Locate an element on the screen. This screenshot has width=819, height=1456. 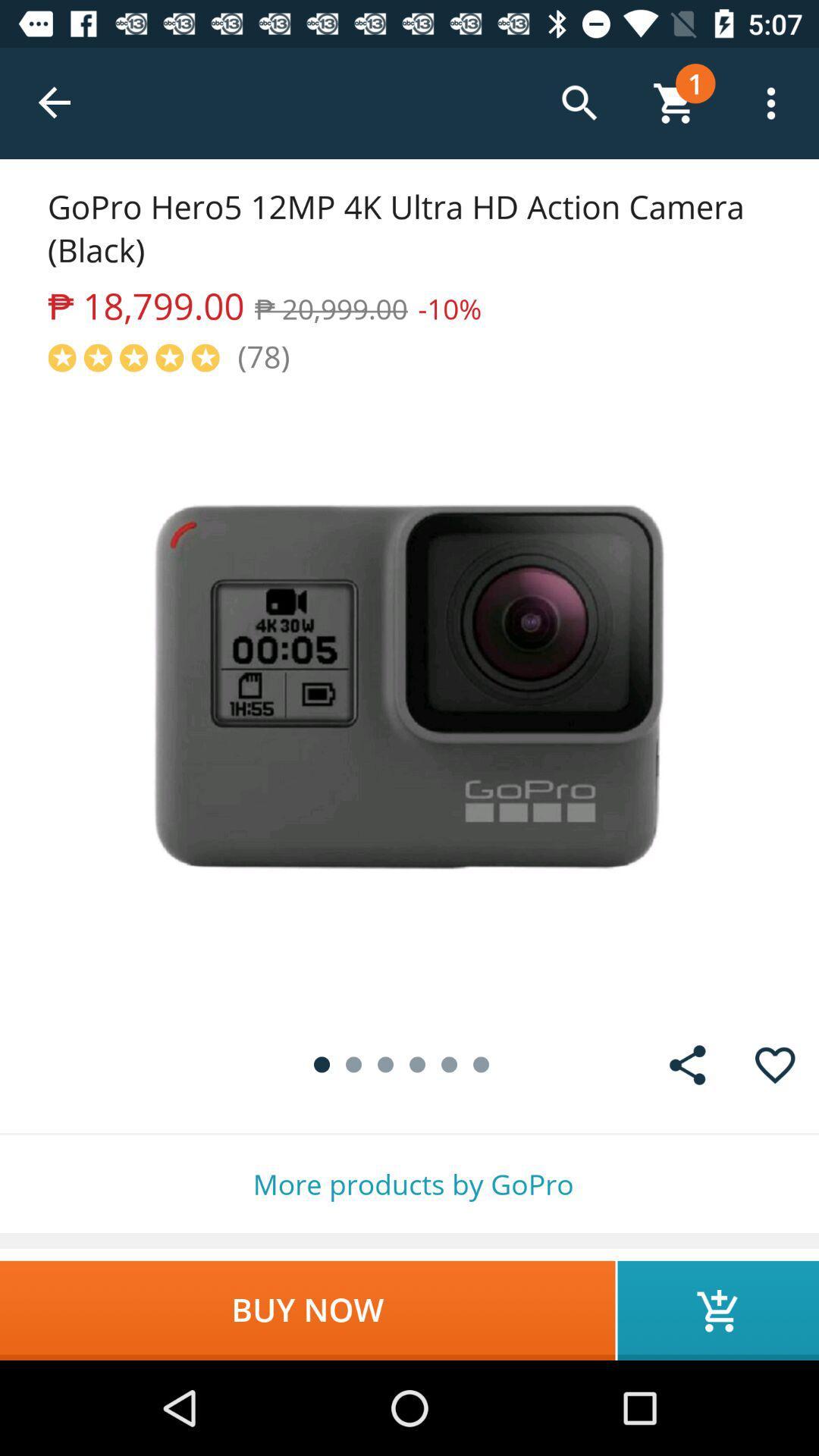
gallary is located at coordinates (687, 1064).